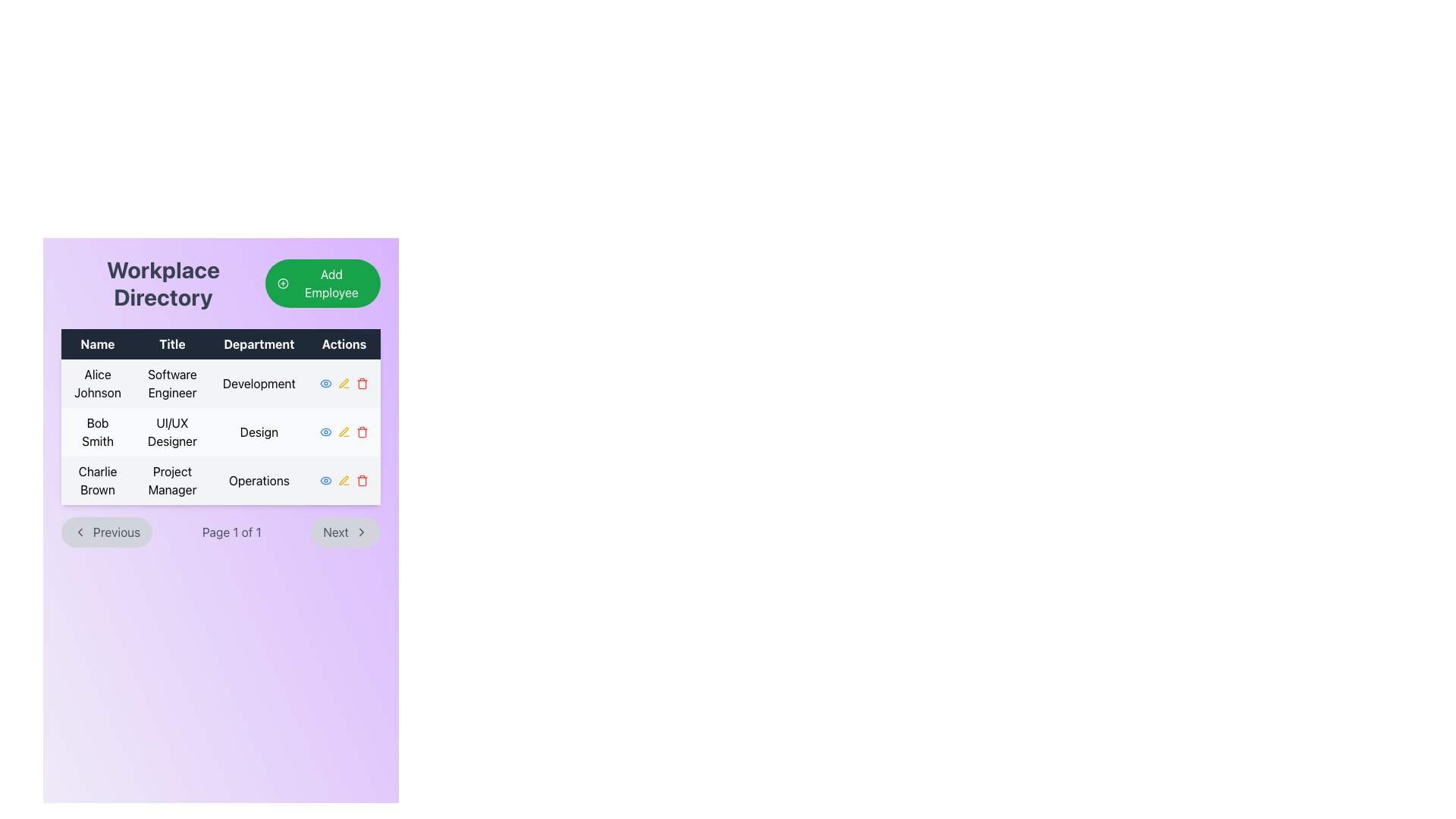 Image resolution: width=1456 pixels, height=819 pixels. Describe the element at coordinates (172, 480) in the screenshot. I see `the text label displaying the job title of 'Charlie Brown' in the third row under the 'Title' column of the table` at that location.